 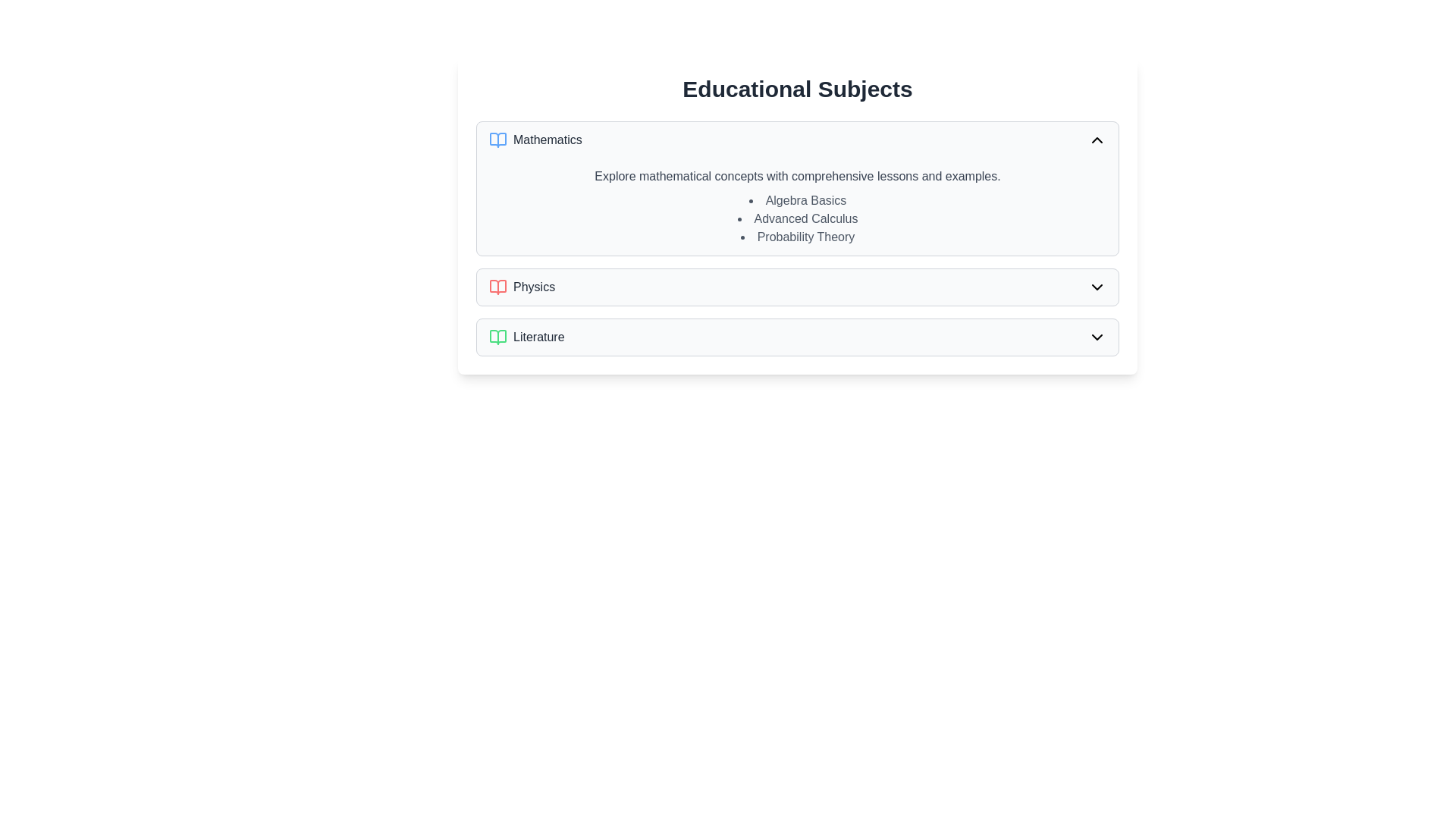 I want to click on the 'Literature' text label with the green open book icon, so click(x=526, y=336).